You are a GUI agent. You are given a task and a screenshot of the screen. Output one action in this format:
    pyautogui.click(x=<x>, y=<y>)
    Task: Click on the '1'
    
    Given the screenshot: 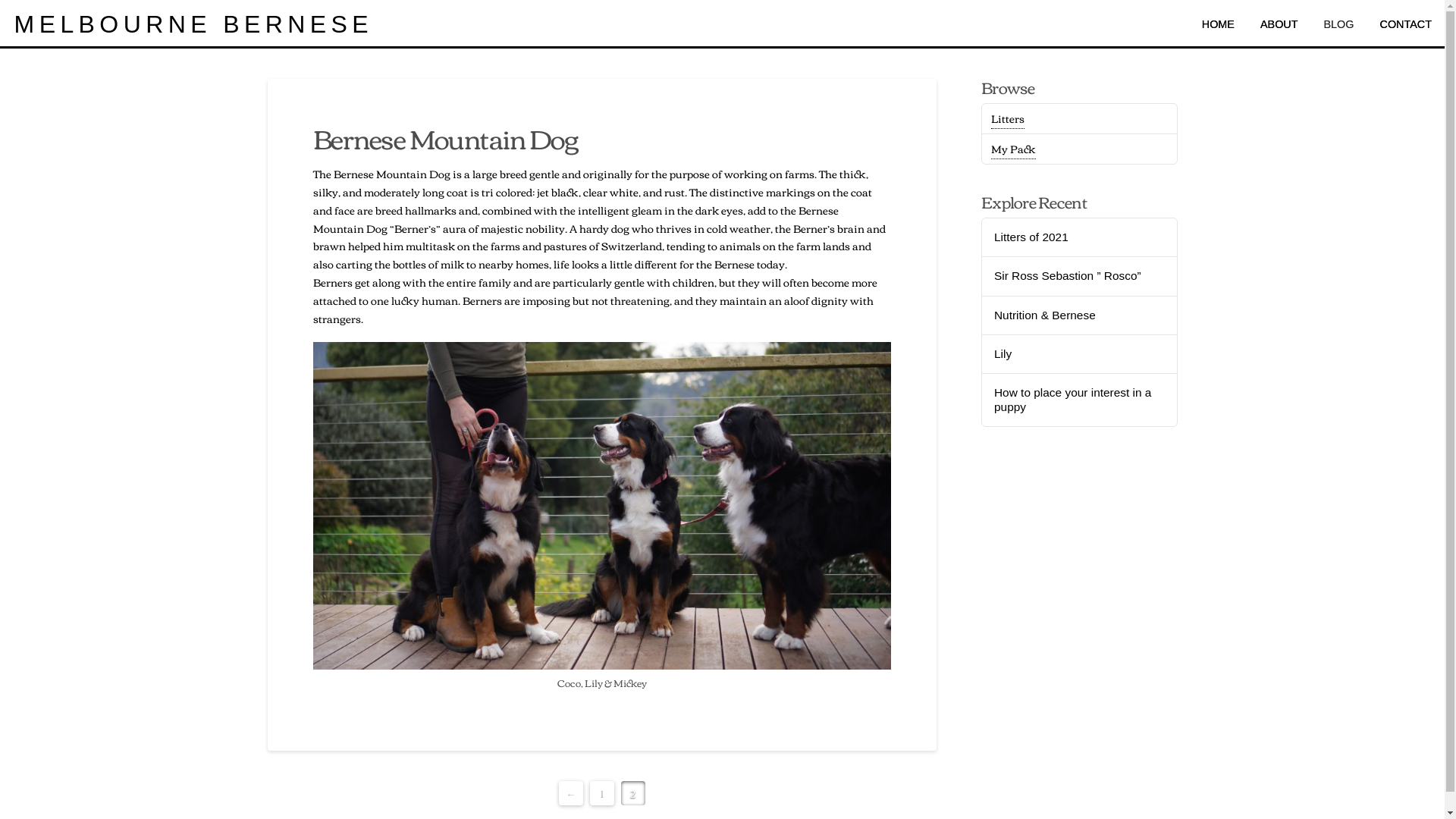 What is the action you would take?
    pyautogui.click(x=601, y=792)
    